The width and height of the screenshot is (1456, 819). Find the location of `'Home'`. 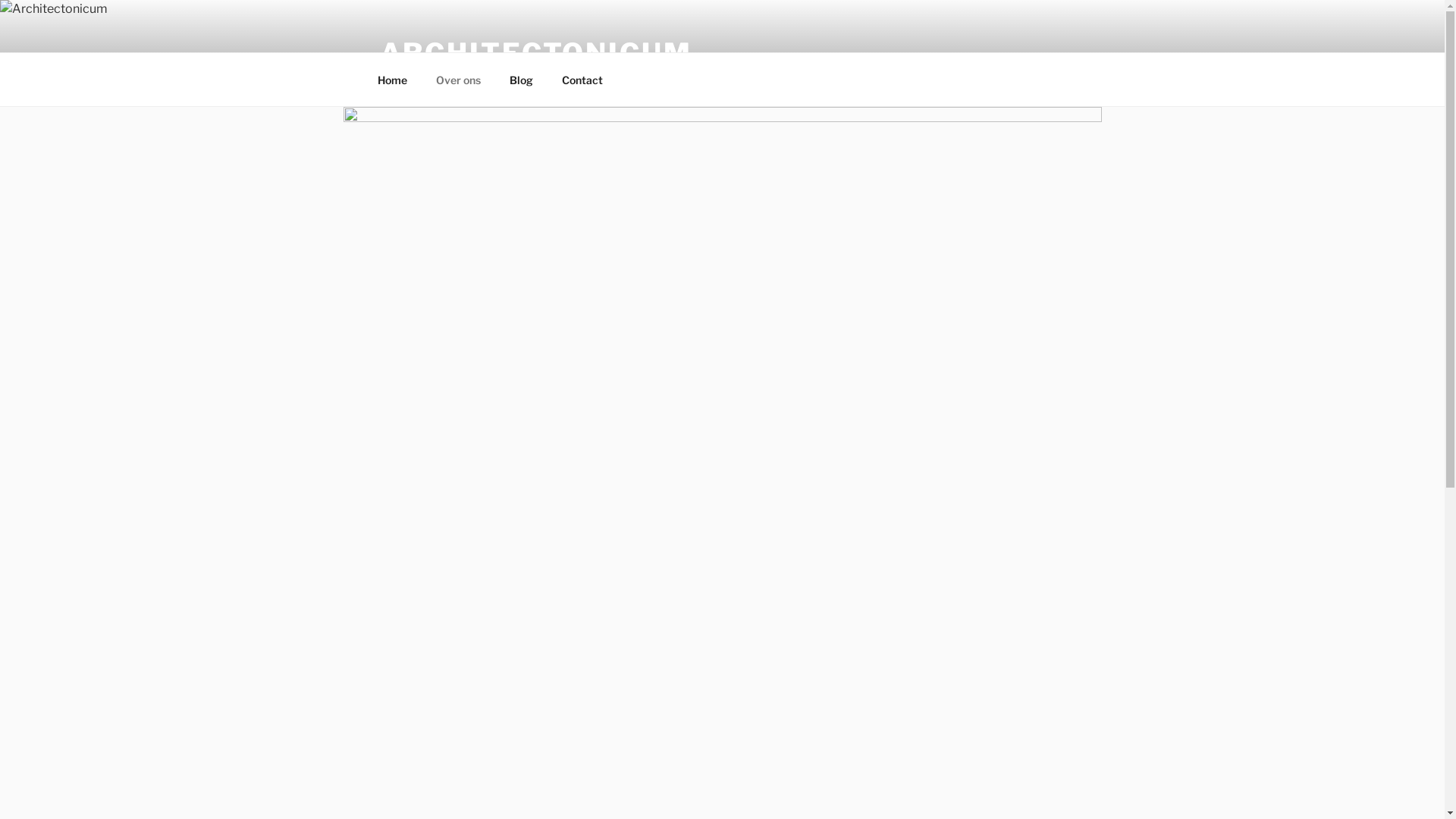

'Home' is located at coordinates (392, 79).